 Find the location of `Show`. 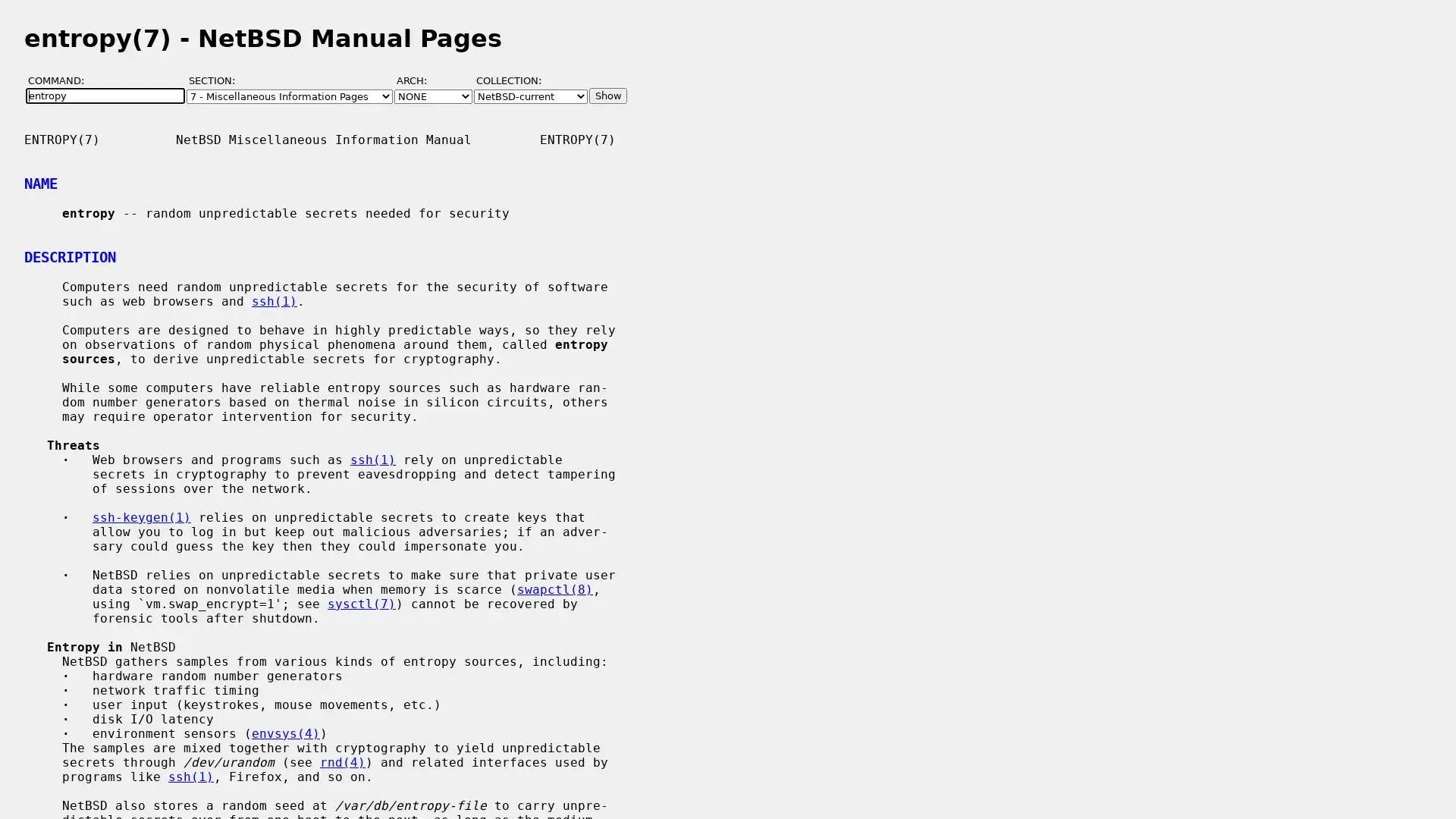

Show is located at coordinates (607, 96).